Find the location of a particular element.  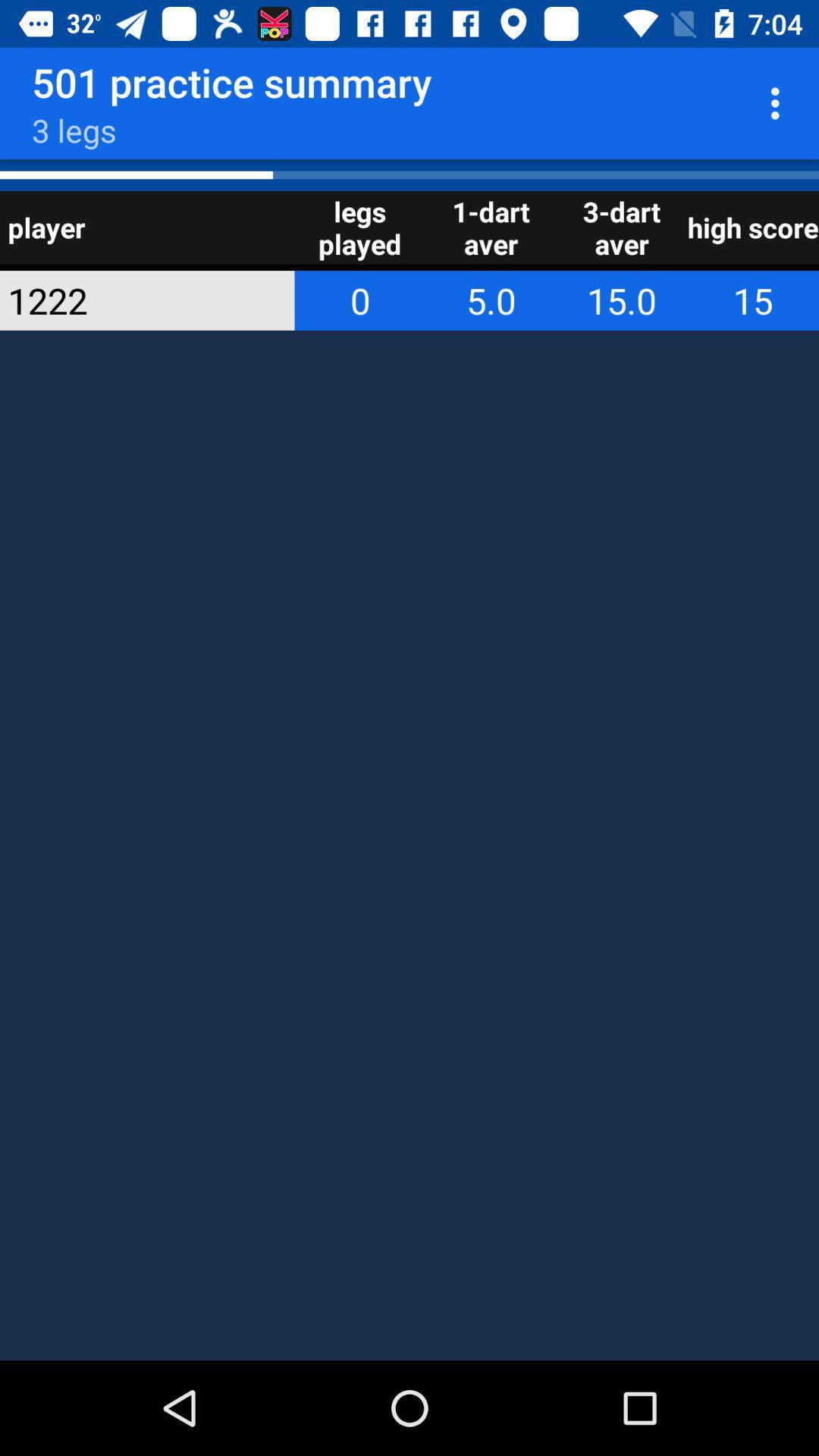

1222 item is located at coordinates (126, 300).